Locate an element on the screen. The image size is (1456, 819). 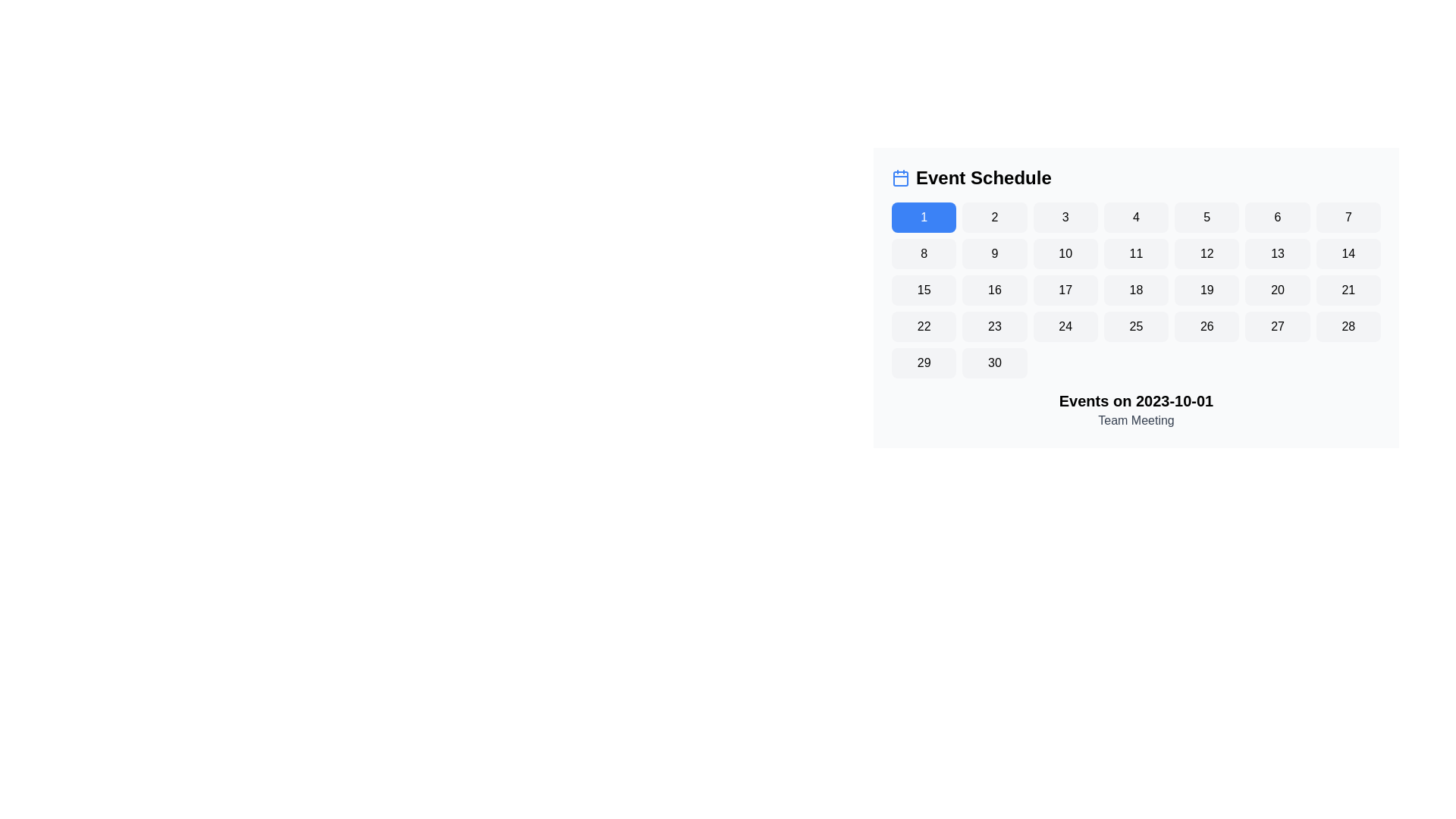
the rounded rectangular button with a light gray background and centered black text displaying the number '8' is located at coordinates (923, 253).